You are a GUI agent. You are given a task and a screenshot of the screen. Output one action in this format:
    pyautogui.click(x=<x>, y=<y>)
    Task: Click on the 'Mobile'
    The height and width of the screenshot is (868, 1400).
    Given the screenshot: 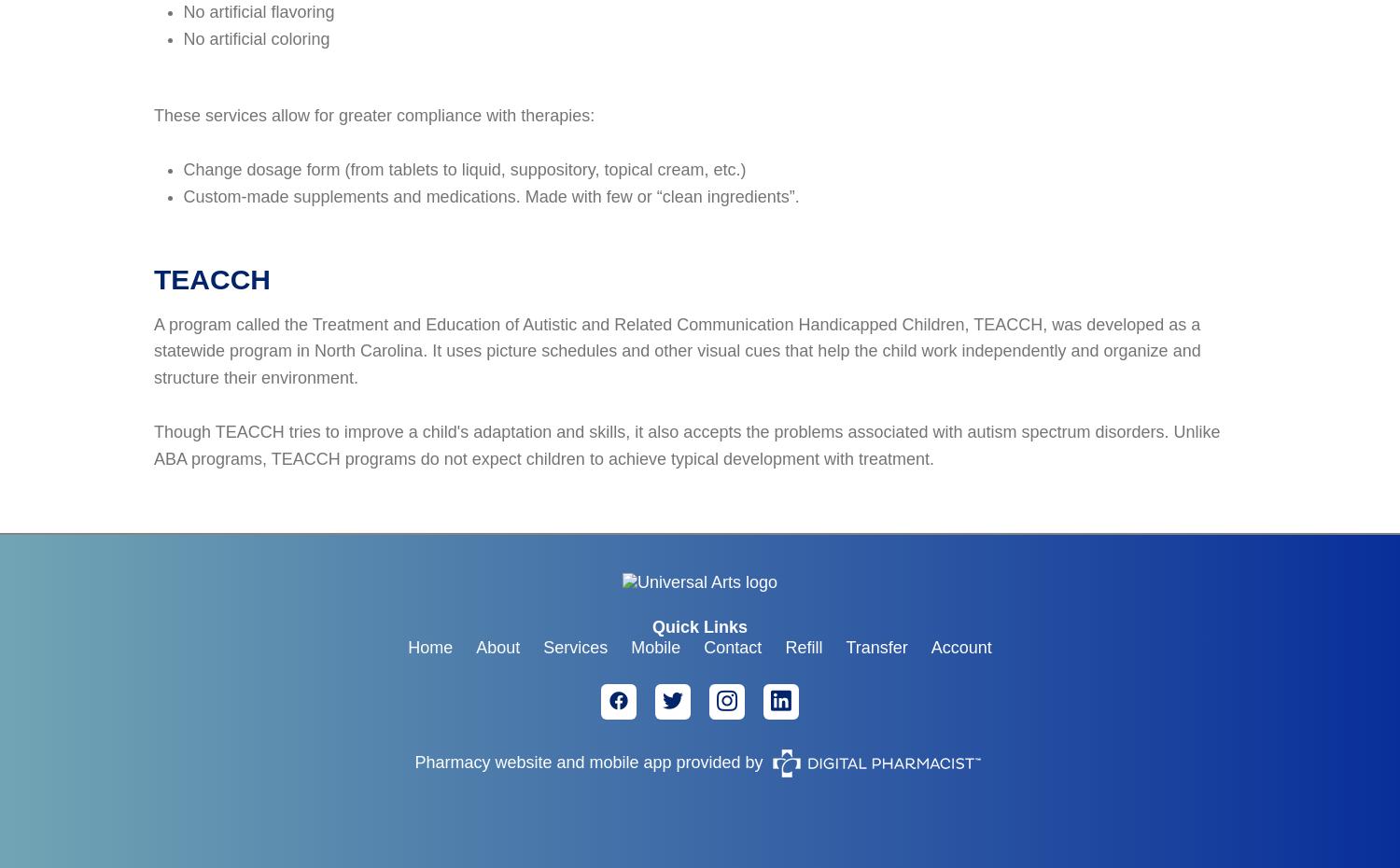 What is the action you would take?
    pyautogui.click(x=654, y=646)
    